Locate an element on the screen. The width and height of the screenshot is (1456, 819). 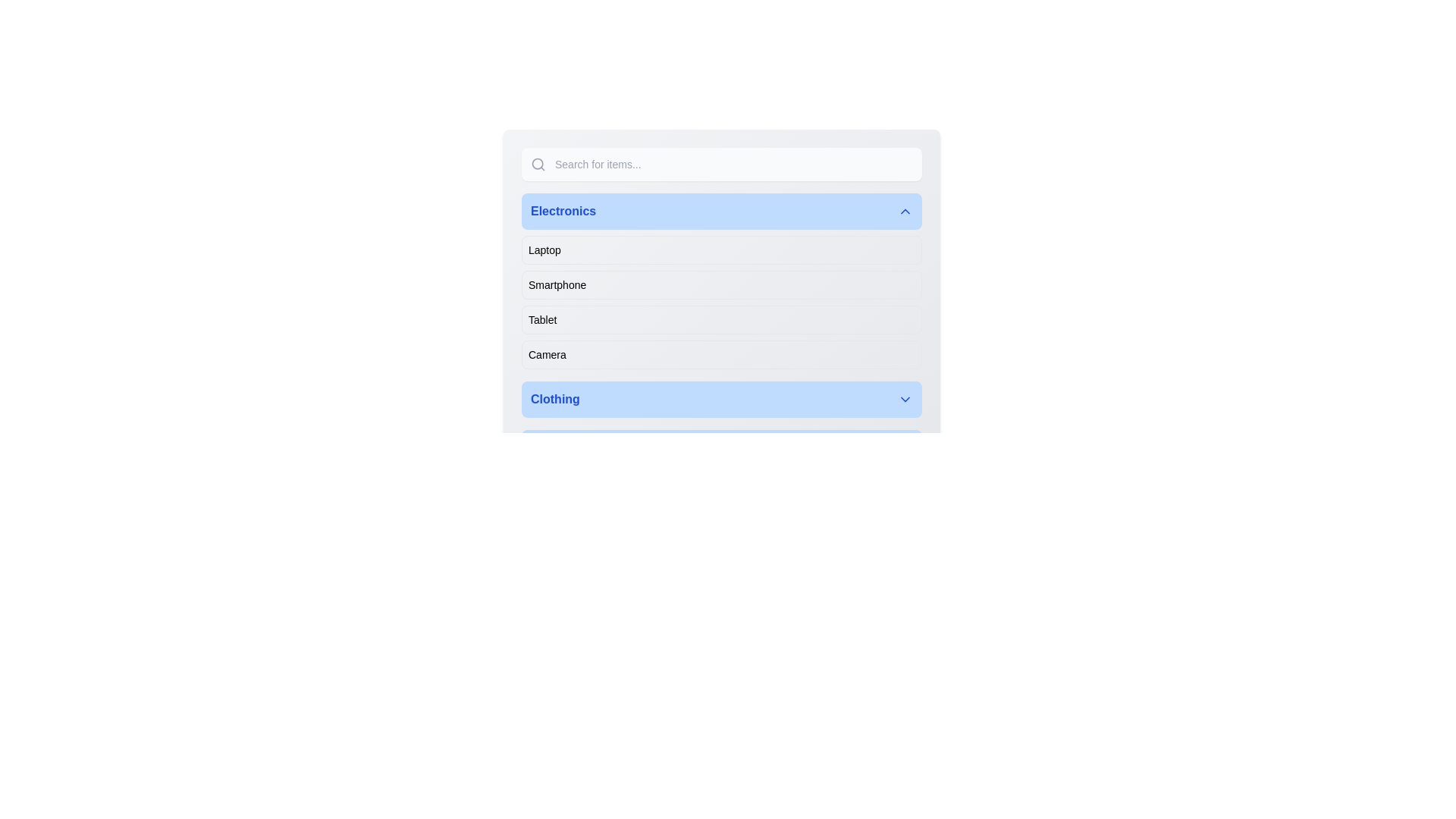
the 'Clothing' category button located in the dropdown section above 'Home Appliances' is located at coordinates (720, 399).